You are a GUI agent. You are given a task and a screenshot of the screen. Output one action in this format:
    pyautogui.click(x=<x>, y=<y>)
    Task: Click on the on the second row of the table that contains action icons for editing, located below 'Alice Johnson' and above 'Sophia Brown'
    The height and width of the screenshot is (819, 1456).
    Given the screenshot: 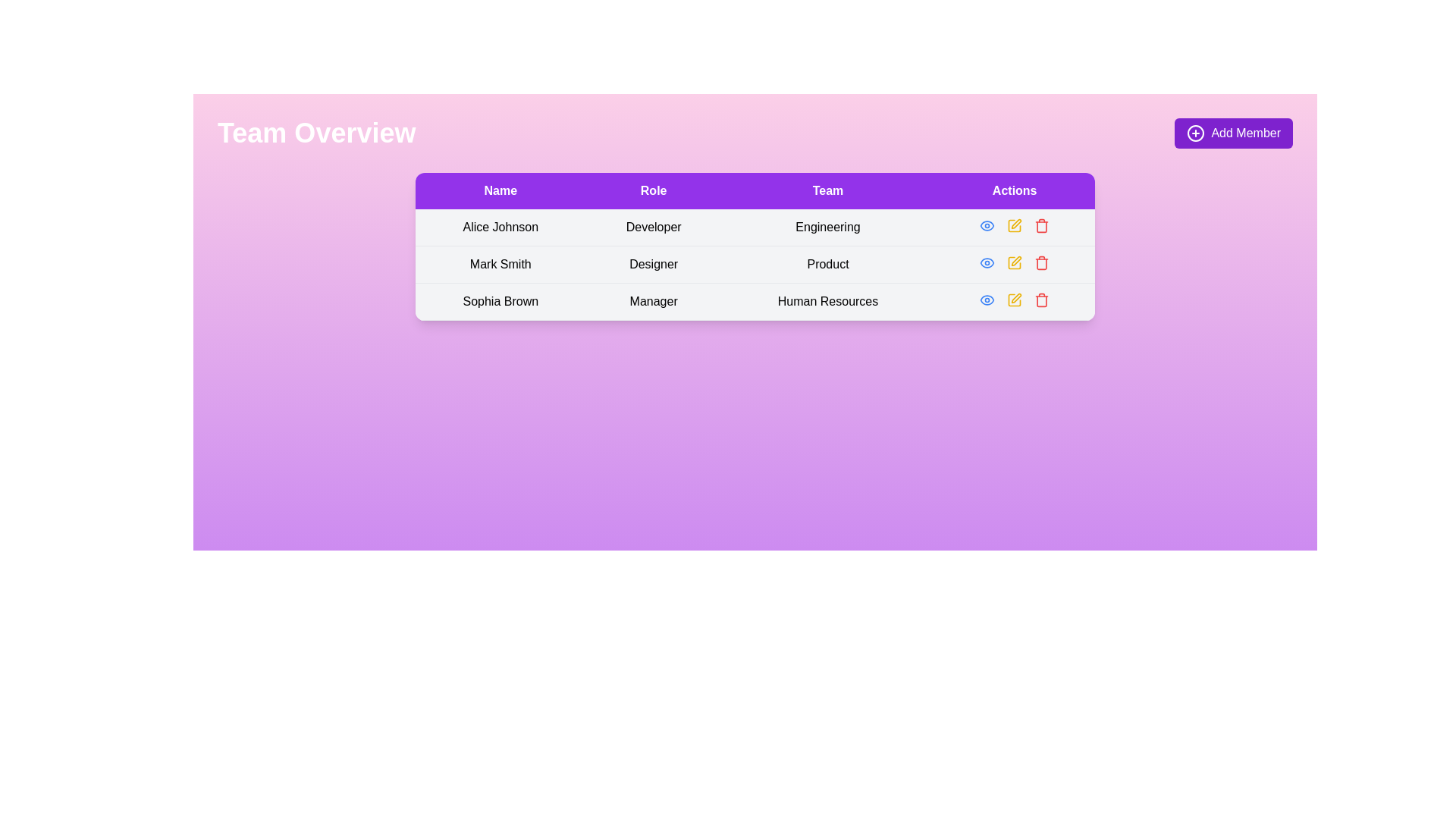 What is the action you would take?
    pyautogui.click(x=755, y=246)
    